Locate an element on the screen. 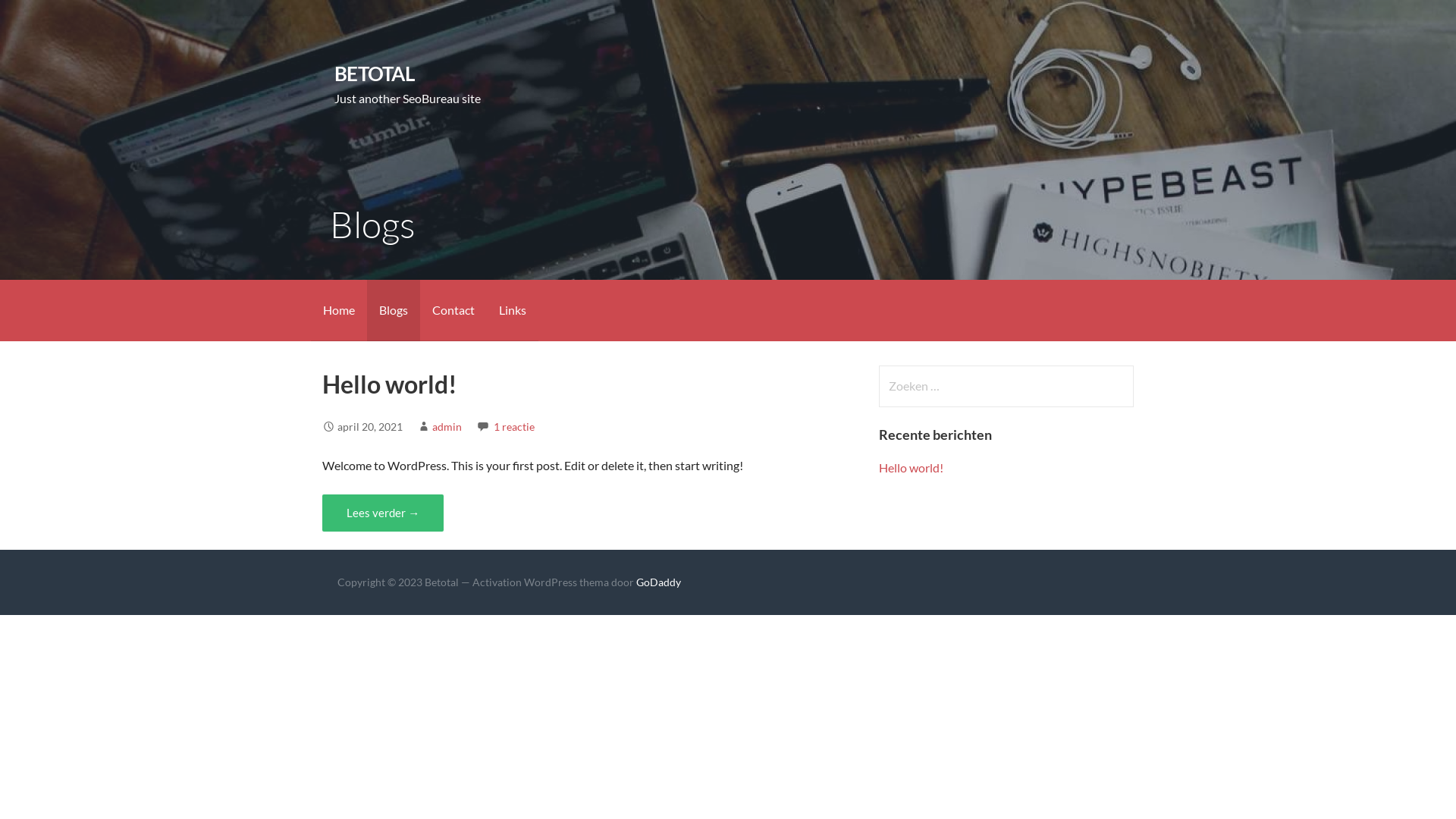  '1 reactie' is located at coordinates (513, 426).